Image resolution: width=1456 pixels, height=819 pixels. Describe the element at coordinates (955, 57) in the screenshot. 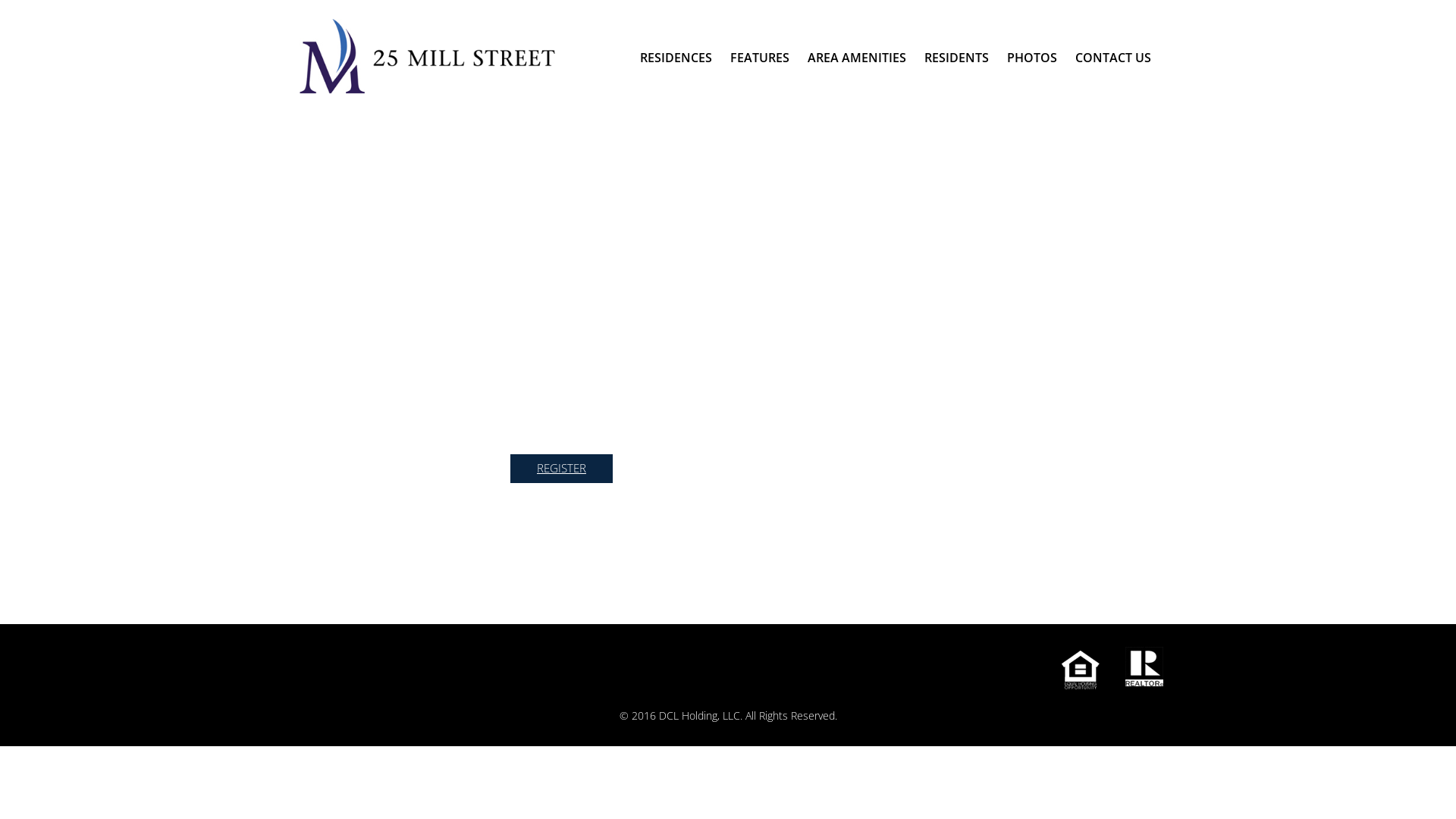

I see `'RESIDENTS'` at that location.